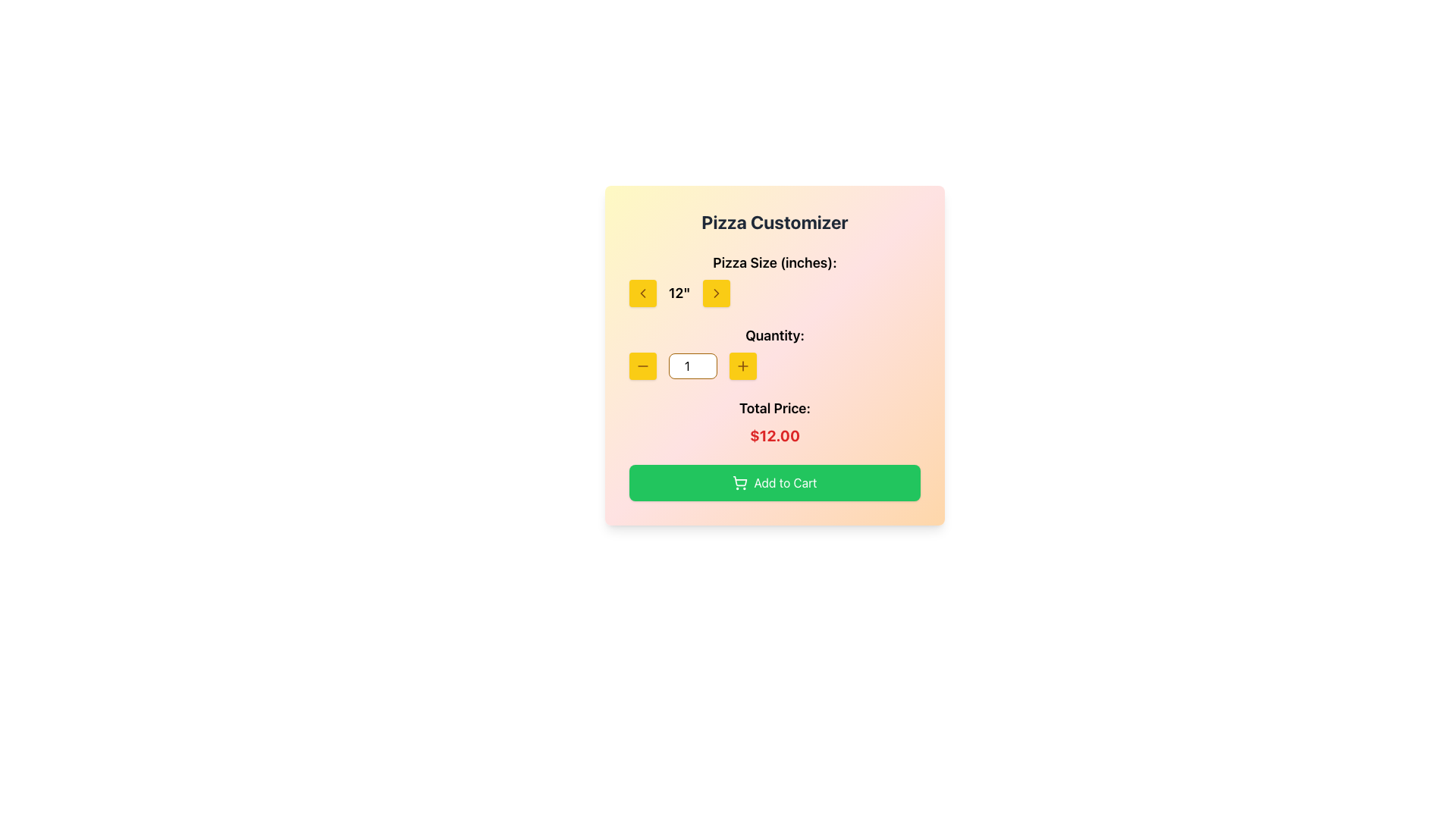 This screenshot has height=819, width=1456. I want to click on the navigational button to decrease the pizza size, located under the 'Pizza Size (inches)' label, to the left of the numeric display, so click(643, 293).